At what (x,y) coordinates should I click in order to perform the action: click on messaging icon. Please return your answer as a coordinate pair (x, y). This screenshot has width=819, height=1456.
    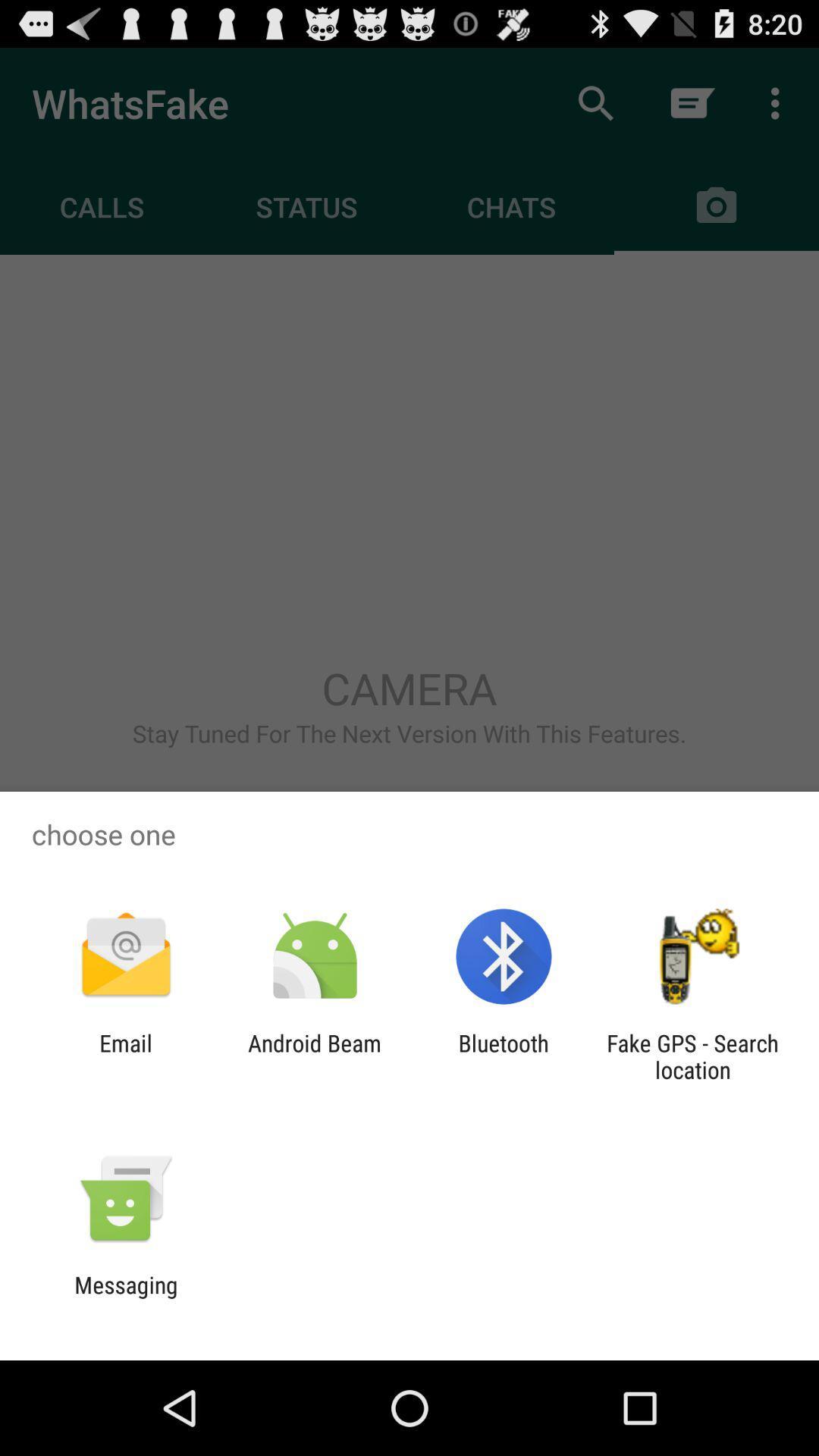
    Looking at the image, I should click on (125, 1298).